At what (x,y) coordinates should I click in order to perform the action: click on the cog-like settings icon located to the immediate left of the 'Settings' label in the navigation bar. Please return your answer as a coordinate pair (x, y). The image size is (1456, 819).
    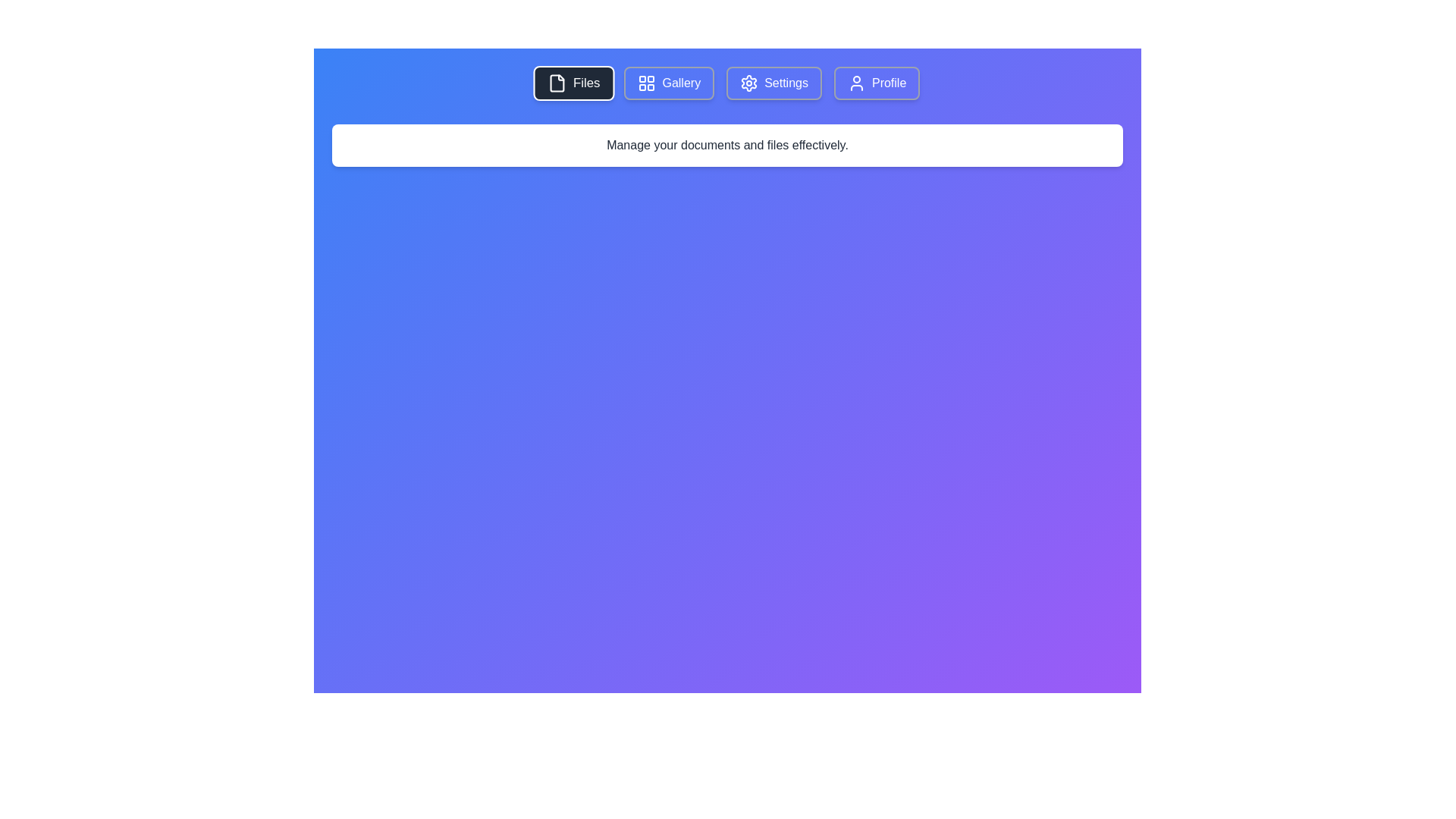
    Looking at the image, I should click on (749, 83).